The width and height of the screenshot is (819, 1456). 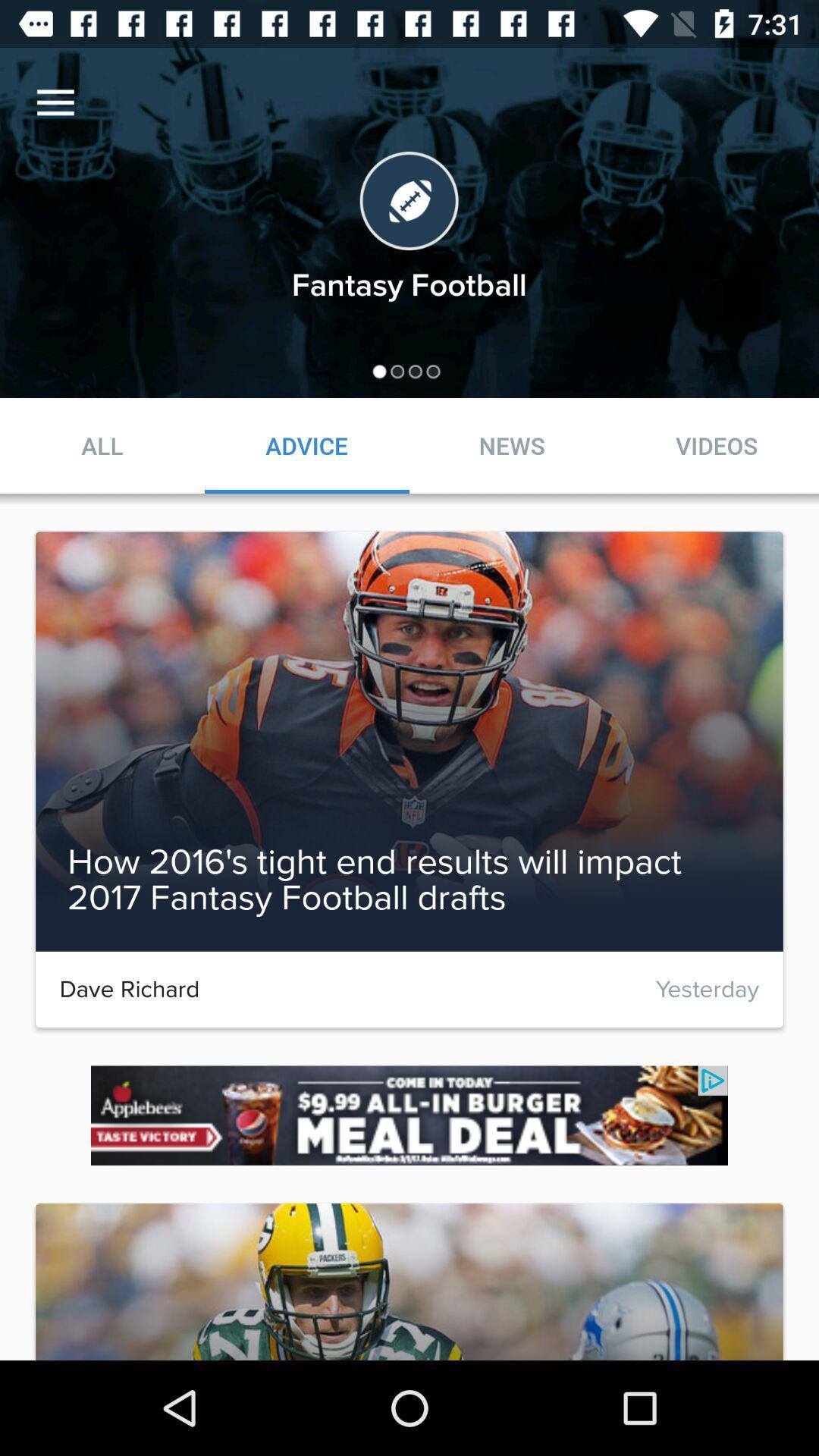 What do you see at coordinates (409, 1116) in the screenshot?
I see `clickable advertisement` at bounding box center [409, 1116].